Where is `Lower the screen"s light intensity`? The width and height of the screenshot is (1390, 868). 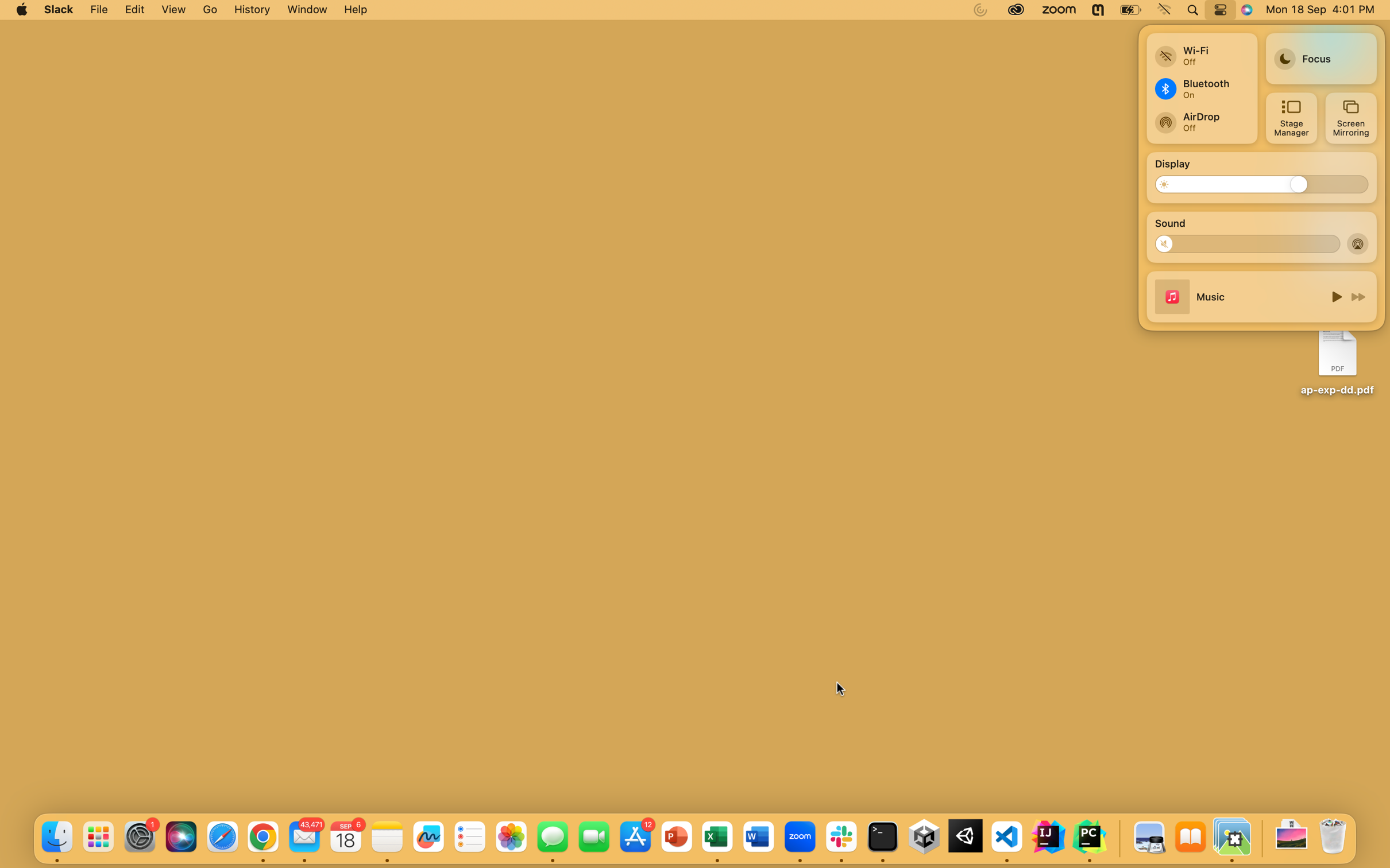 Lower the screen"s light intensity is located at coordinates (1170, 183).